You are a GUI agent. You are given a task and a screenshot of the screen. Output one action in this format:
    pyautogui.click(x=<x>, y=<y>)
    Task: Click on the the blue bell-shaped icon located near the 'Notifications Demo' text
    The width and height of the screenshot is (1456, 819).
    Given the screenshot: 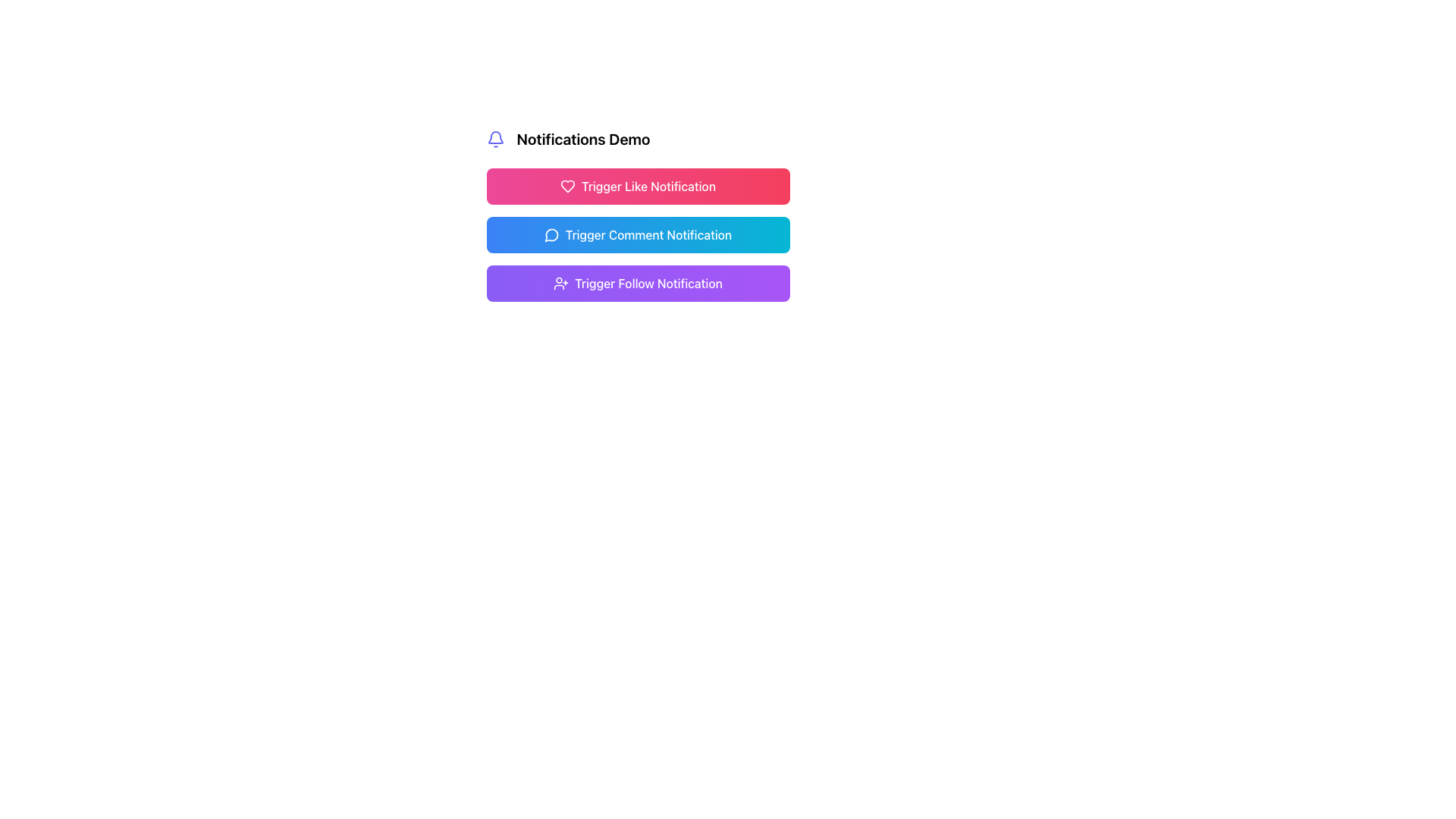 What is the action you would take?
    pyautogui.click(x=495, y=140)
    